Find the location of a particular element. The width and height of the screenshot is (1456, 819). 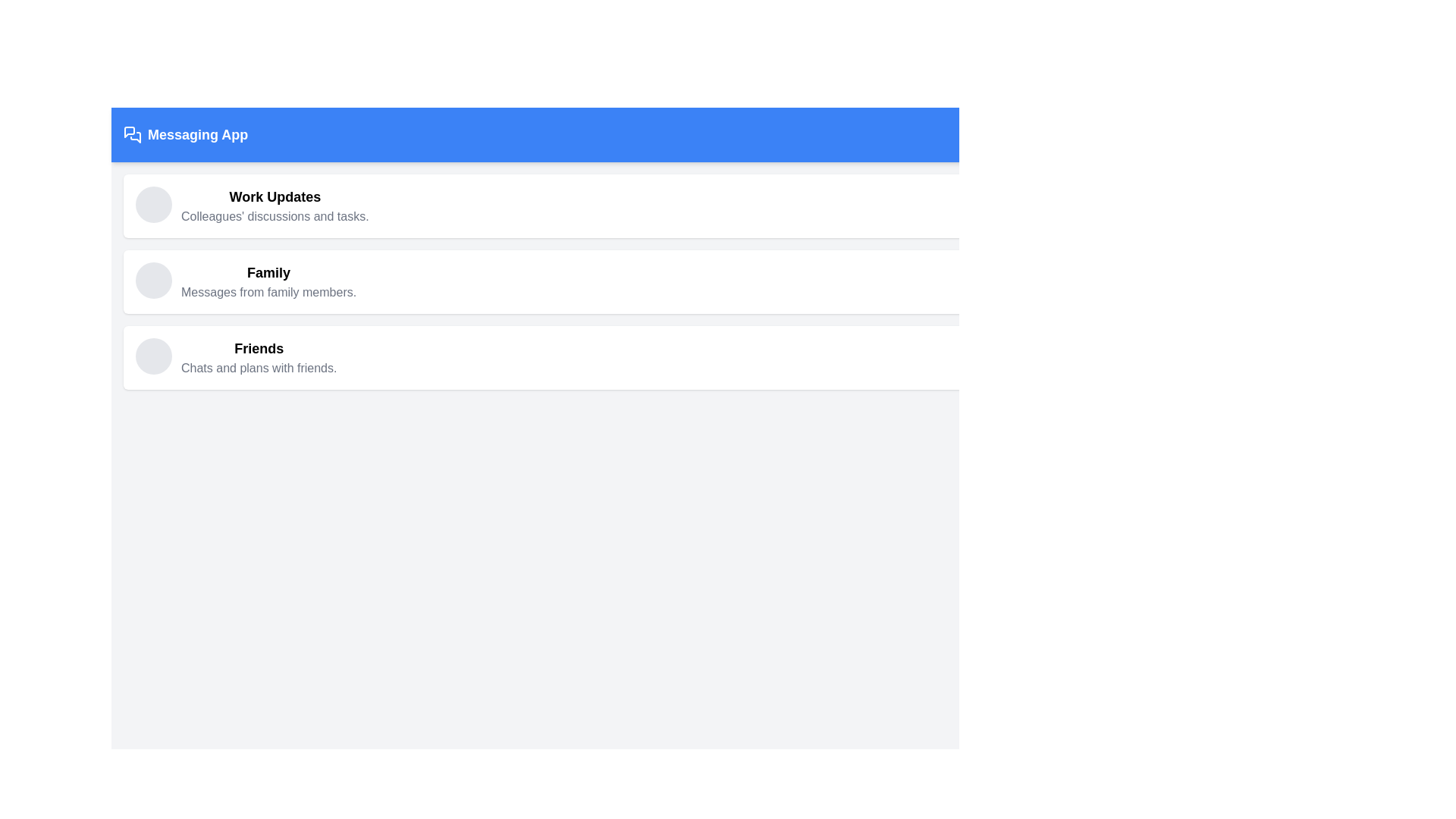

text element serving as the title for the 'Friends' section, located above the descriptive text 'Chats and plans with friends.' is located at coordinates (259, 348).